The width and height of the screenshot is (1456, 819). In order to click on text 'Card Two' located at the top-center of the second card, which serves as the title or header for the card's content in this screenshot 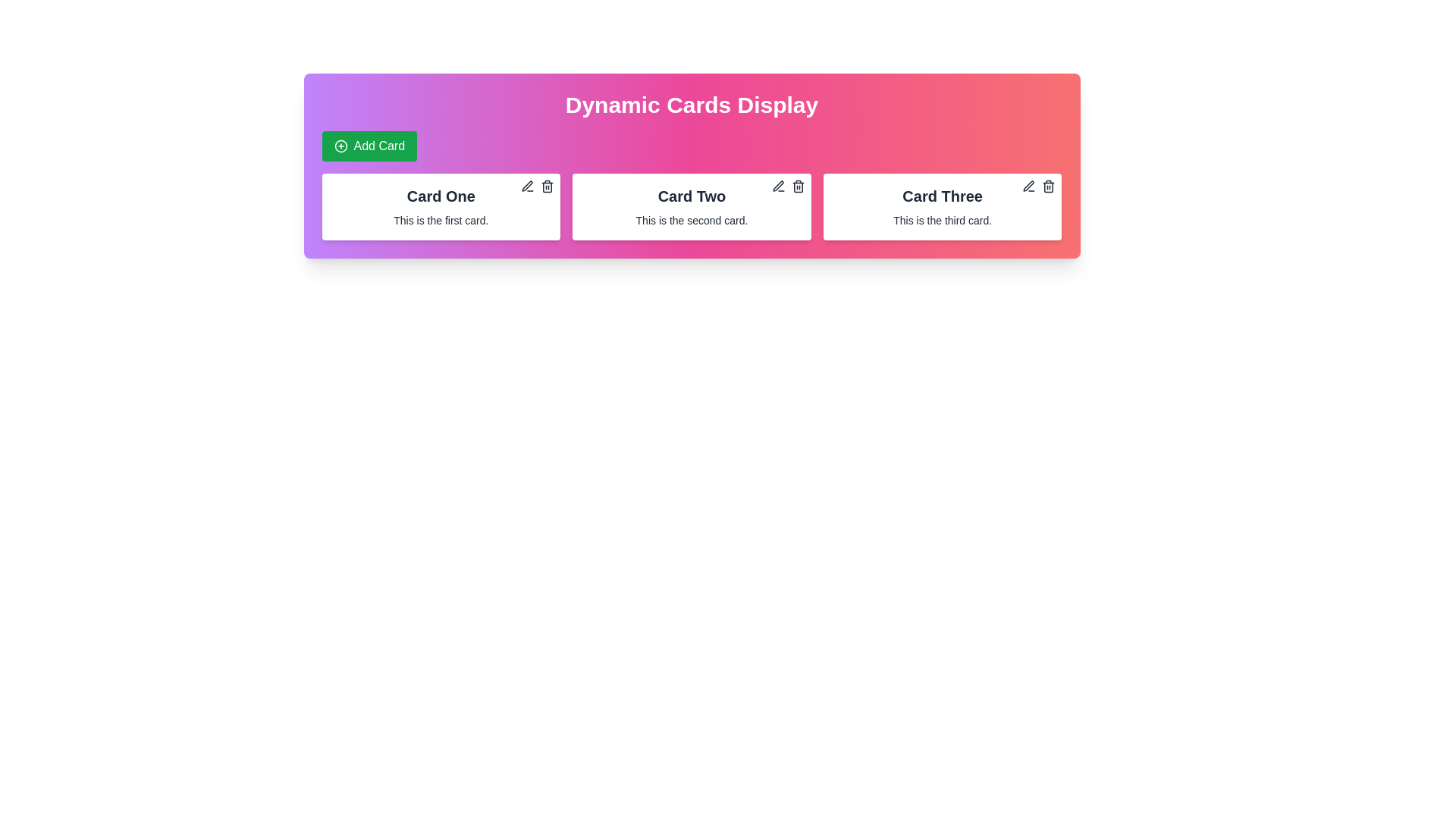, I will do `click(691, 195)`.